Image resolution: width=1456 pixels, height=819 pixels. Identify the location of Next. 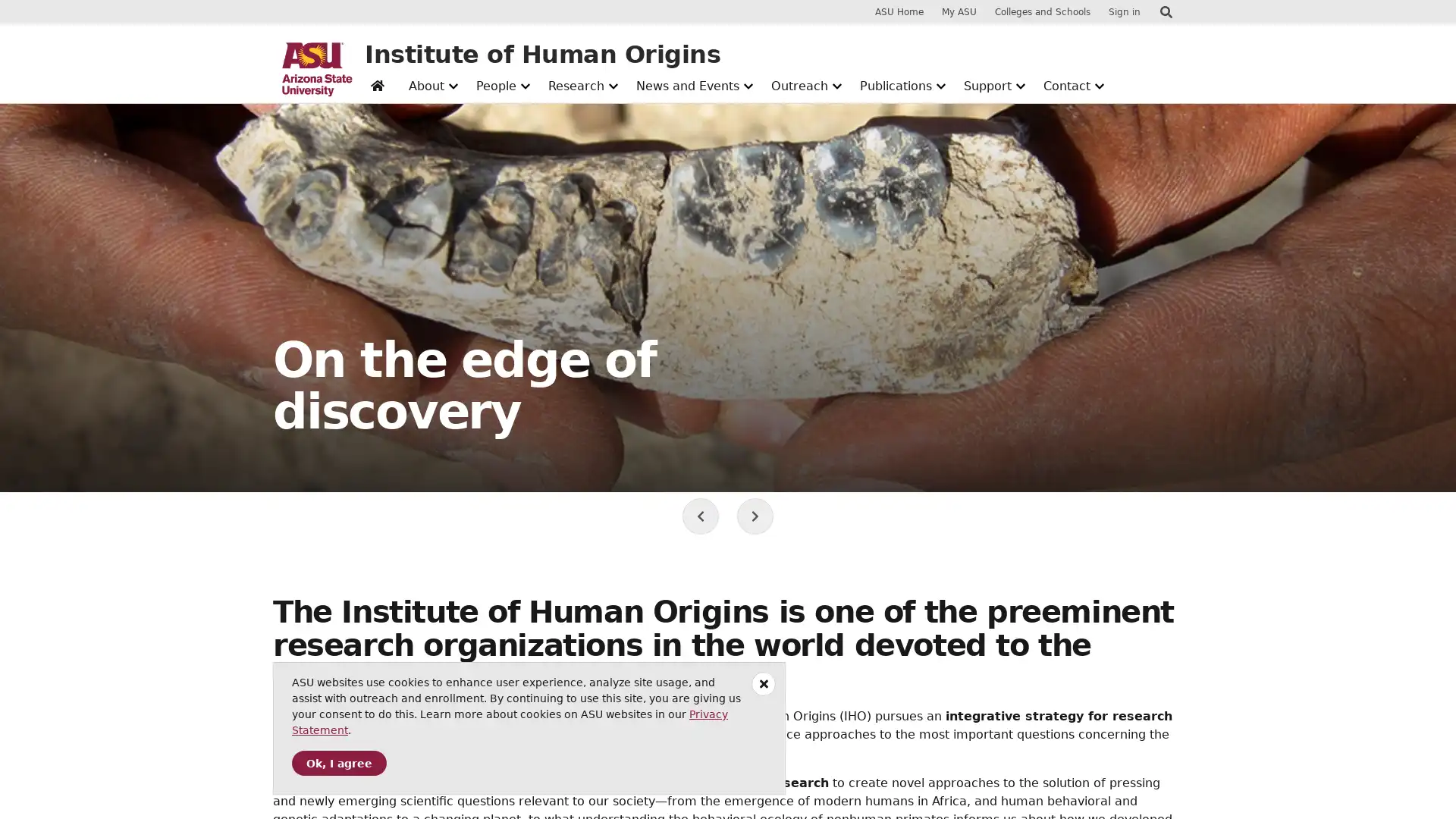
(755, 516).